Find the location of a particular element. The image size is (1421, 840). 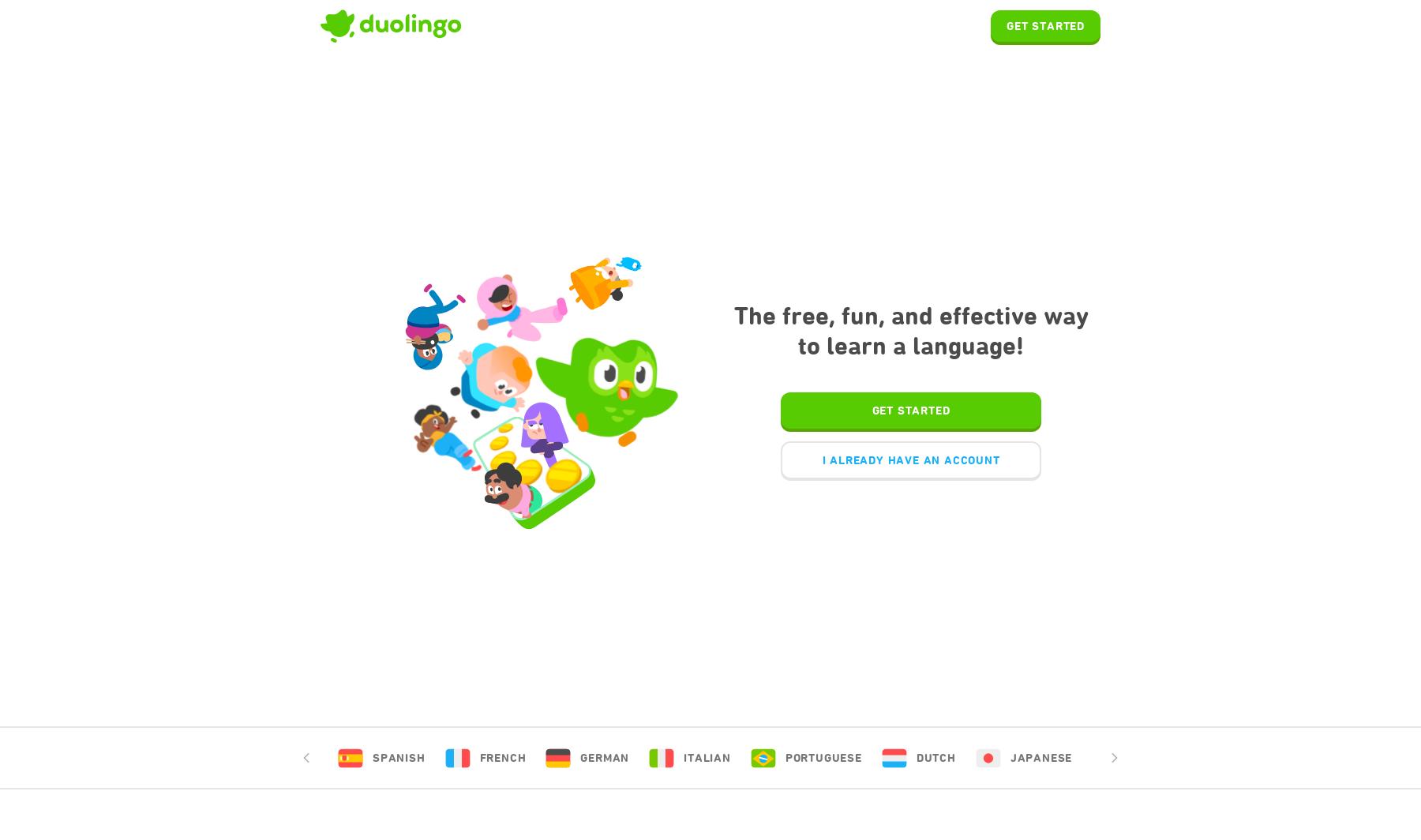

'French' is located at coordinates (502, 758).